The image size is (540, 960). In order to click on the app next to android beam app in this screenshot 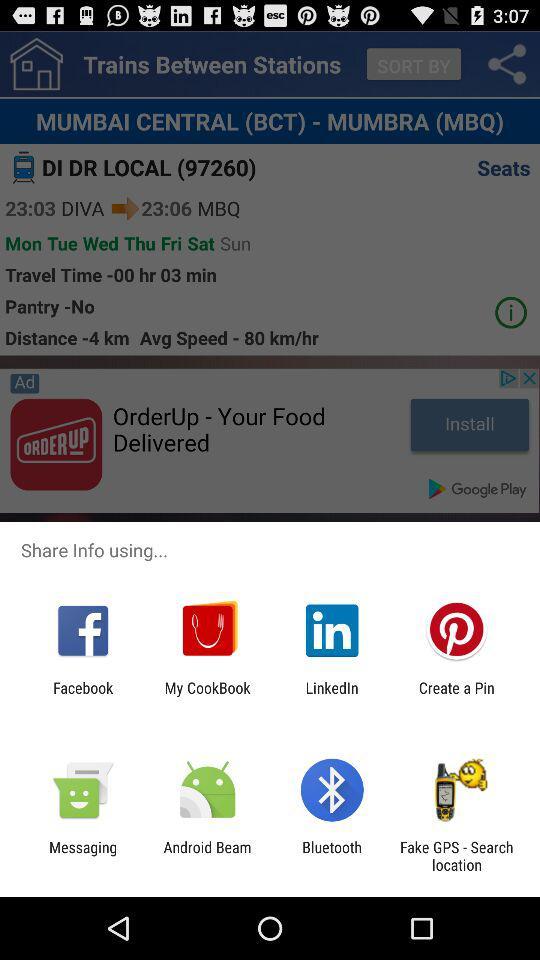, I will do `click(332, 855)`.